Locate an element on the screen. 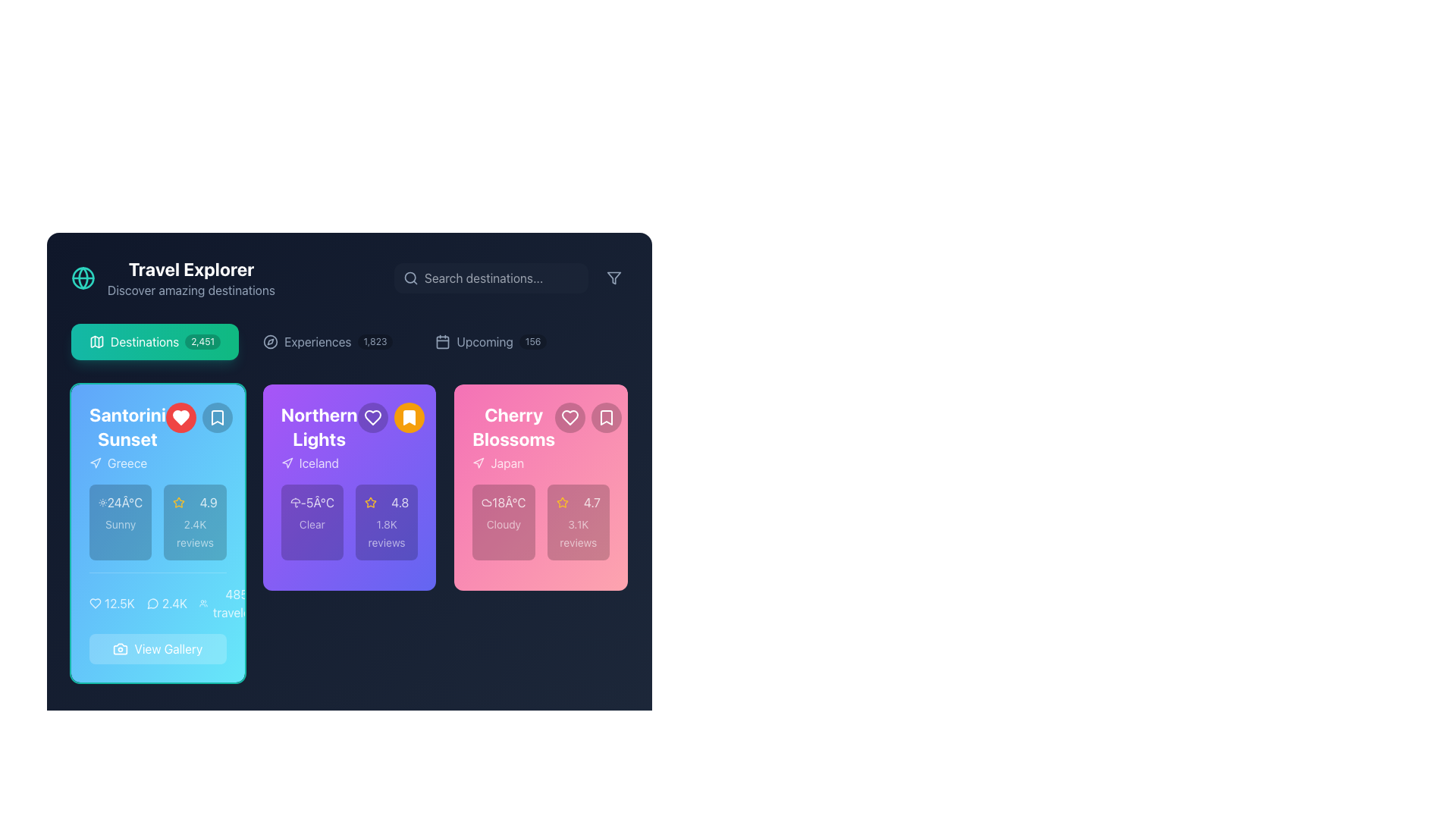 This screenshot has width=1456, height=819. the 'Cherry Blossoms' informational card, which is the third card in a grid is located at coordinates (541, 532).